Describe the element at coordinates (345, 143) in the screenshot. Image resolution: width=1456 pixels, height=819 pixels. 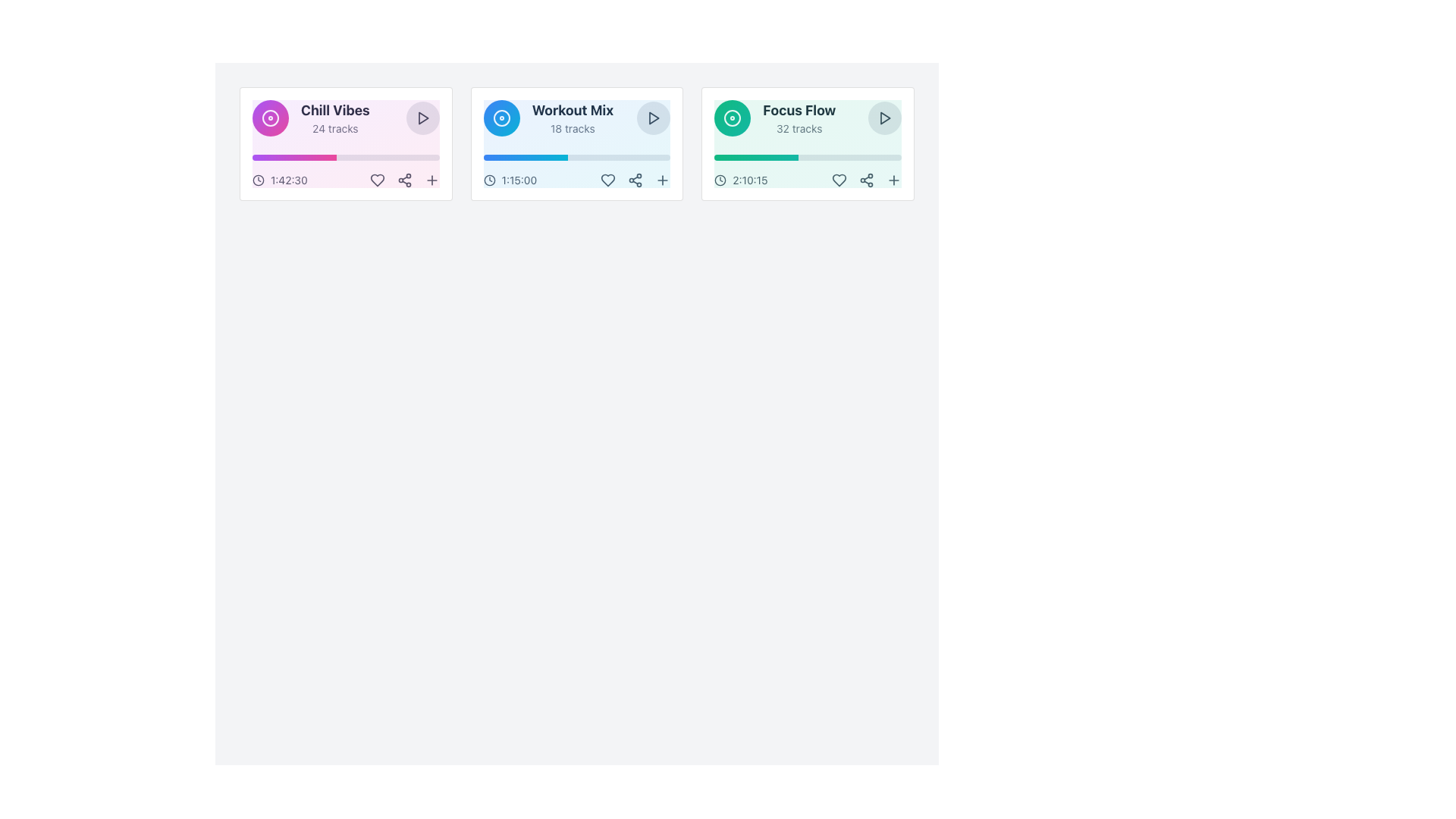
I see `the leftmost playlist card in the horizontal series to interact with its controls and details` at that location.